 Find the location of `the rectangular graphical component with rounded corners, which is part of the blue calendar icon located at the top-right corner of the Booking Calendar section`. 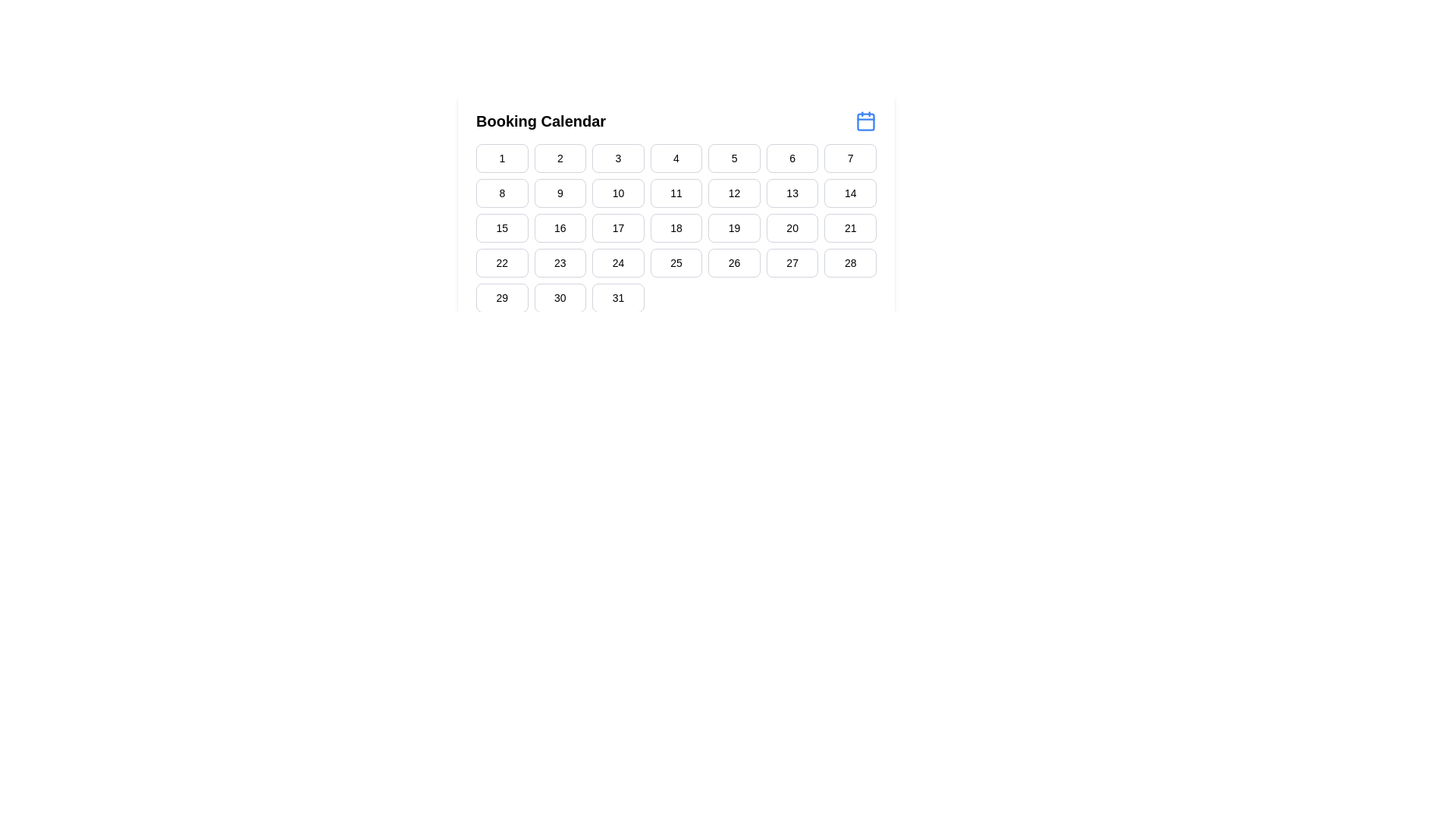

the rectangular graphical component with rounded corners, which is part of the blue calendar icon located at the top-right corner of the Booking Calendar section is located at coordinates (866, 121).